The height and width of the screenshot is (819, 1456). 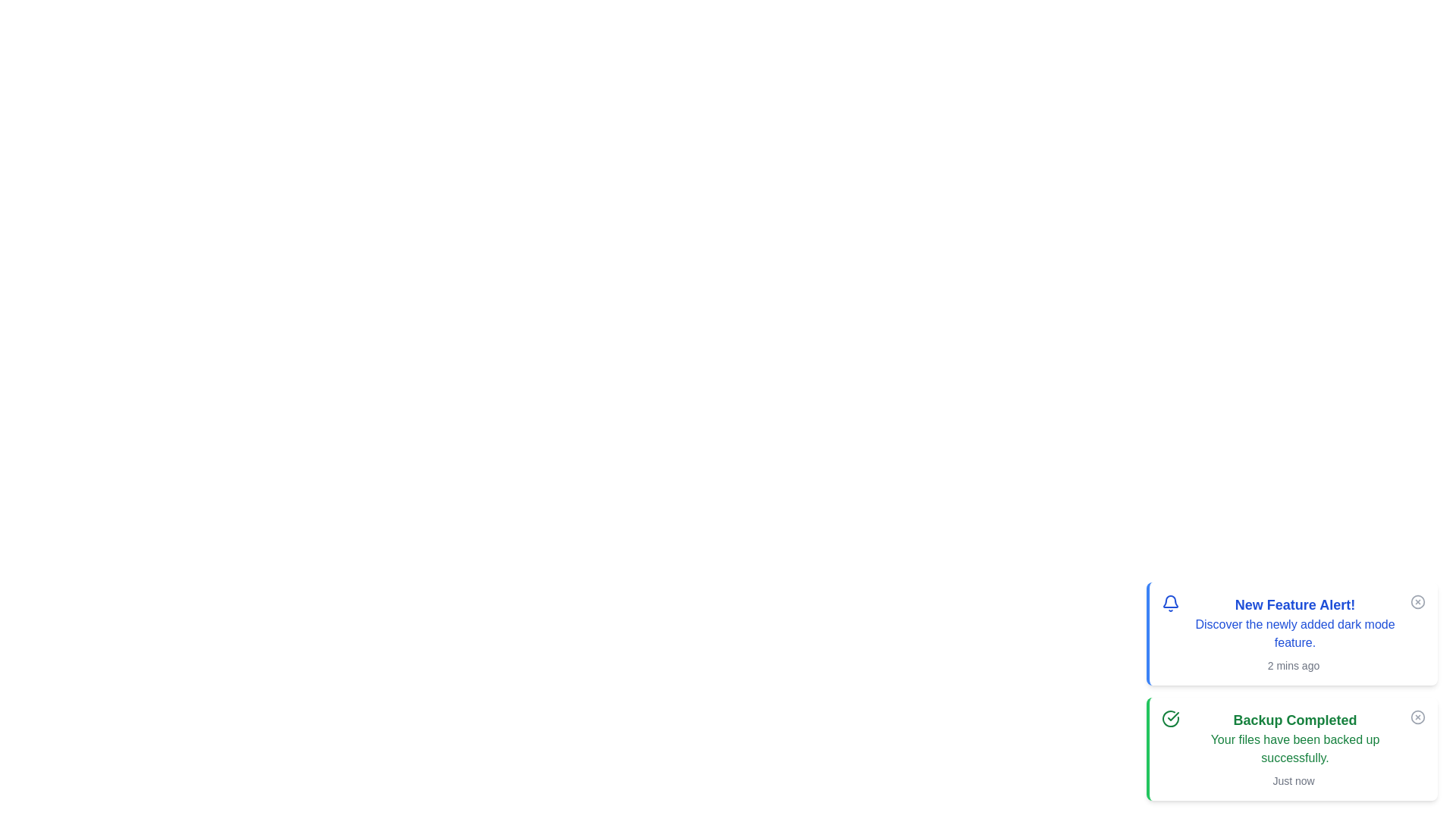 I want to click on close button on the alert with the title Backup Completed, so click(x=1417, y=717).